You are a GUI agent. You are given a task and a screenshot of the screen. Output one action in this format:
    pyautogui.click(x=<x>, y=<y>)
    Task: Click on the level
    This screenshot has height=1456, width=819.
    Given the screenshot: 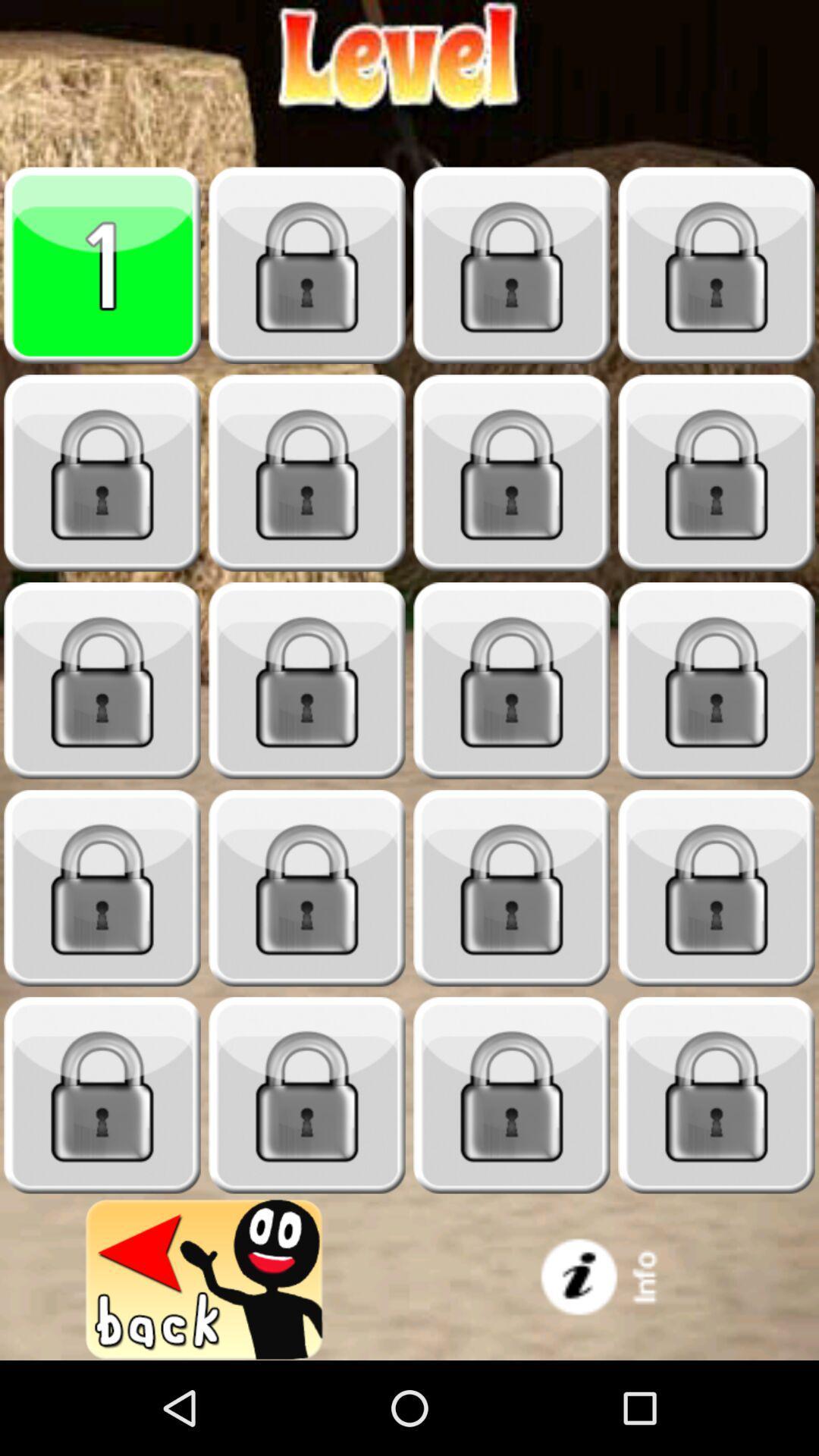 What is the action you would take?
    pyautogui.click(x=717, y=680)
    